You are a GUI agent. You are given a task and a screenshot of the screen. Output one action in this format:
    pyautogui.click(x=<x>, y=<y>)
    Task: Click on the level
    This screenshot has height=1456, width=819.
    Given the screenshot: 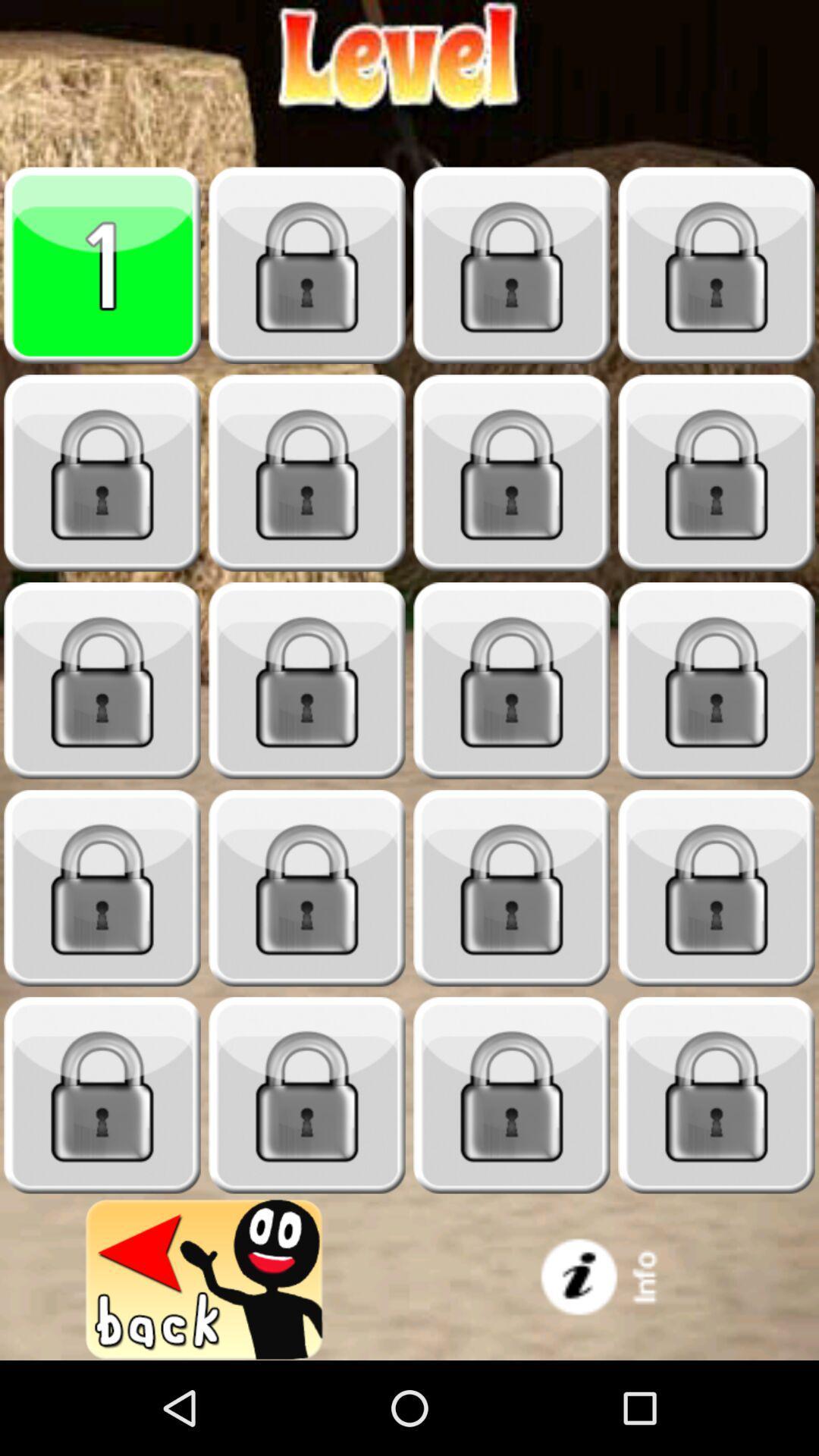 What is the action you would take?
    pyautogui.click(x=717, y=680)
    